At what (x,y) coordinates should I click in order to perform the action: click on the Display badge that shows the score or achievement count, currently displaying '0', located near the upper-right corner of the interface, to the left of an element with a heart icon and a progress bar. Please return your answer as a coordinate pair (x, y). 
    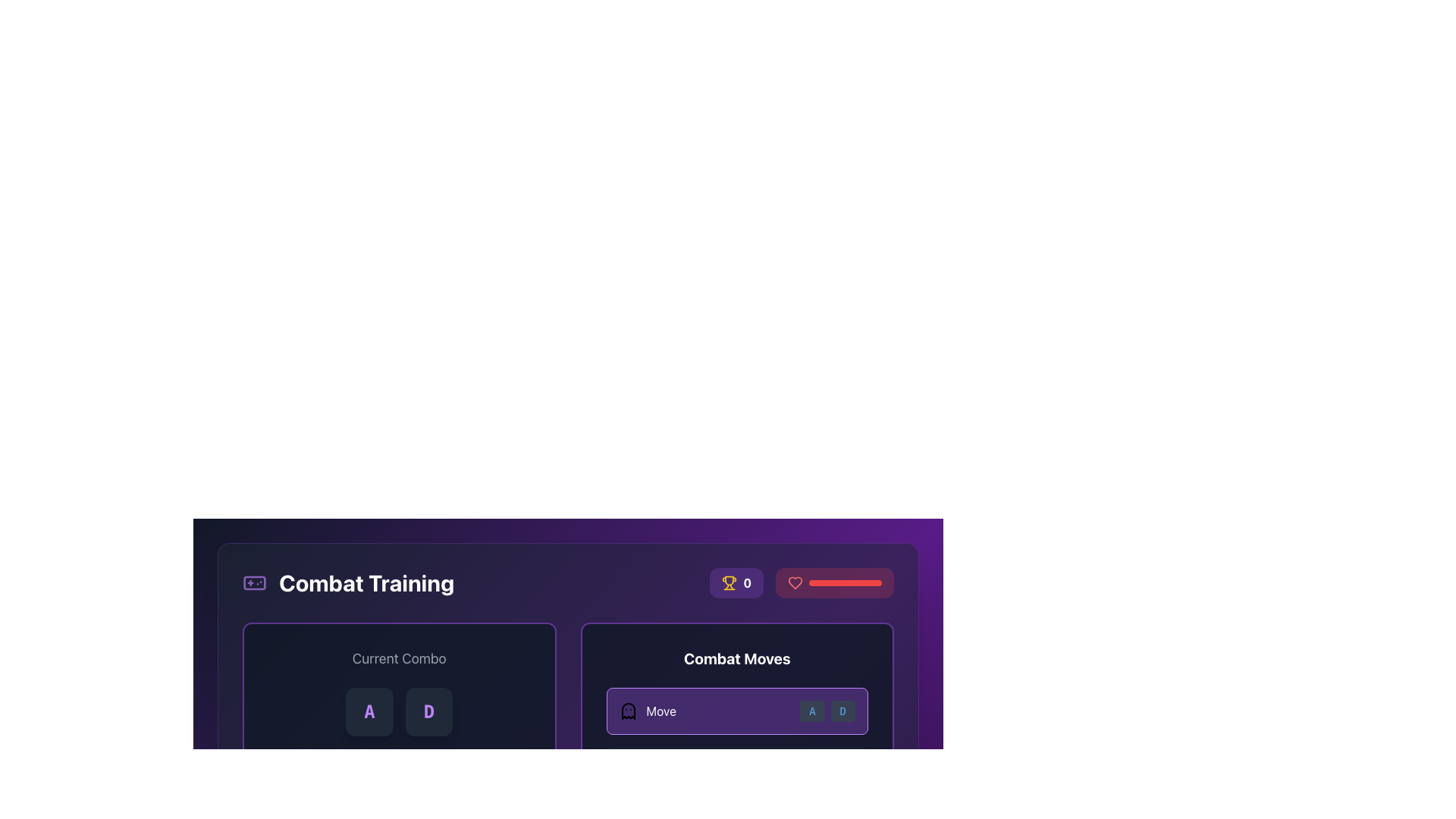
    Looking at the image, I should click on (736, 582).